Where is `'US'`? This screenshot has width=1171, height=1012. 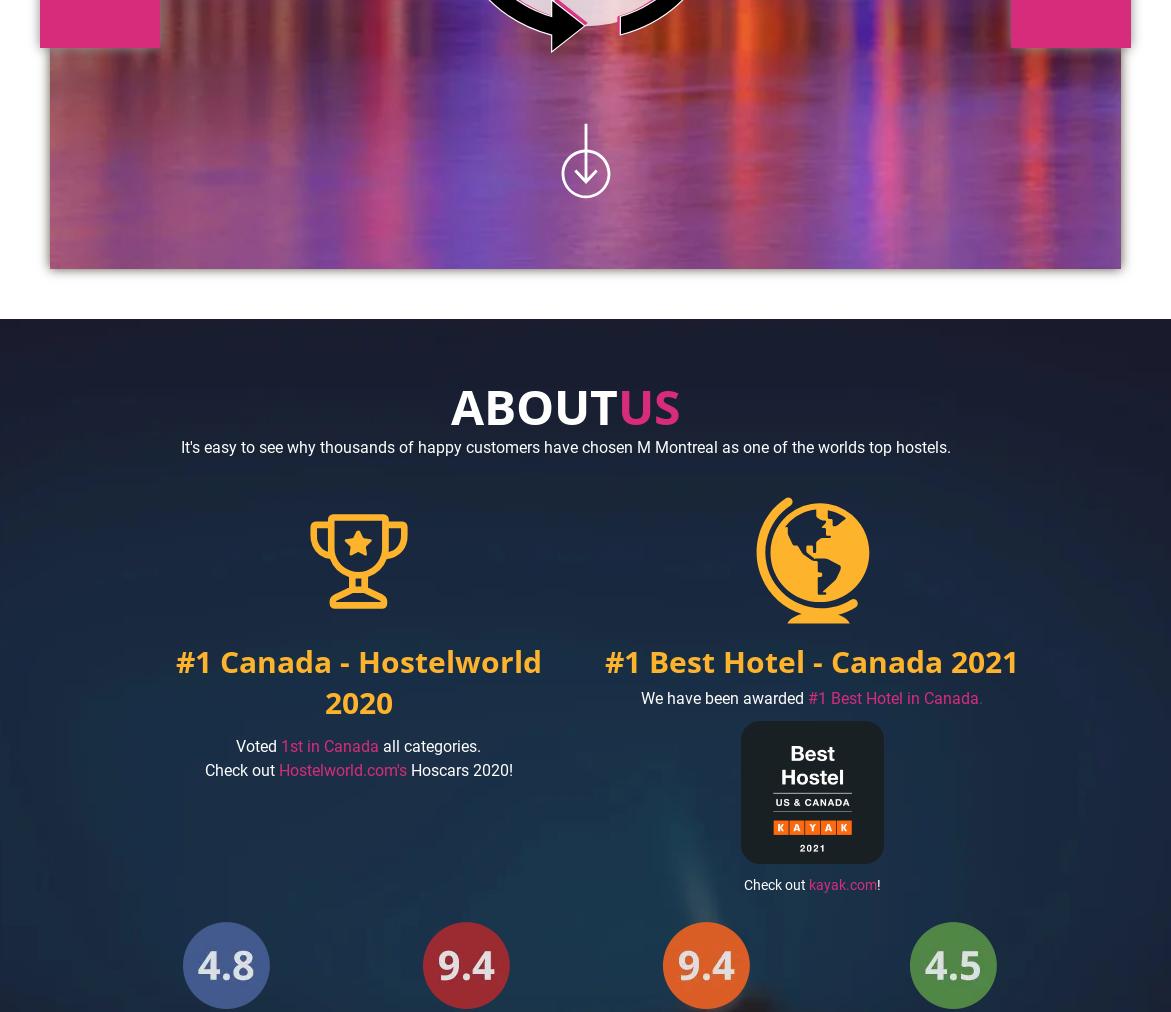
'US' is located at coordinates (617, 406).